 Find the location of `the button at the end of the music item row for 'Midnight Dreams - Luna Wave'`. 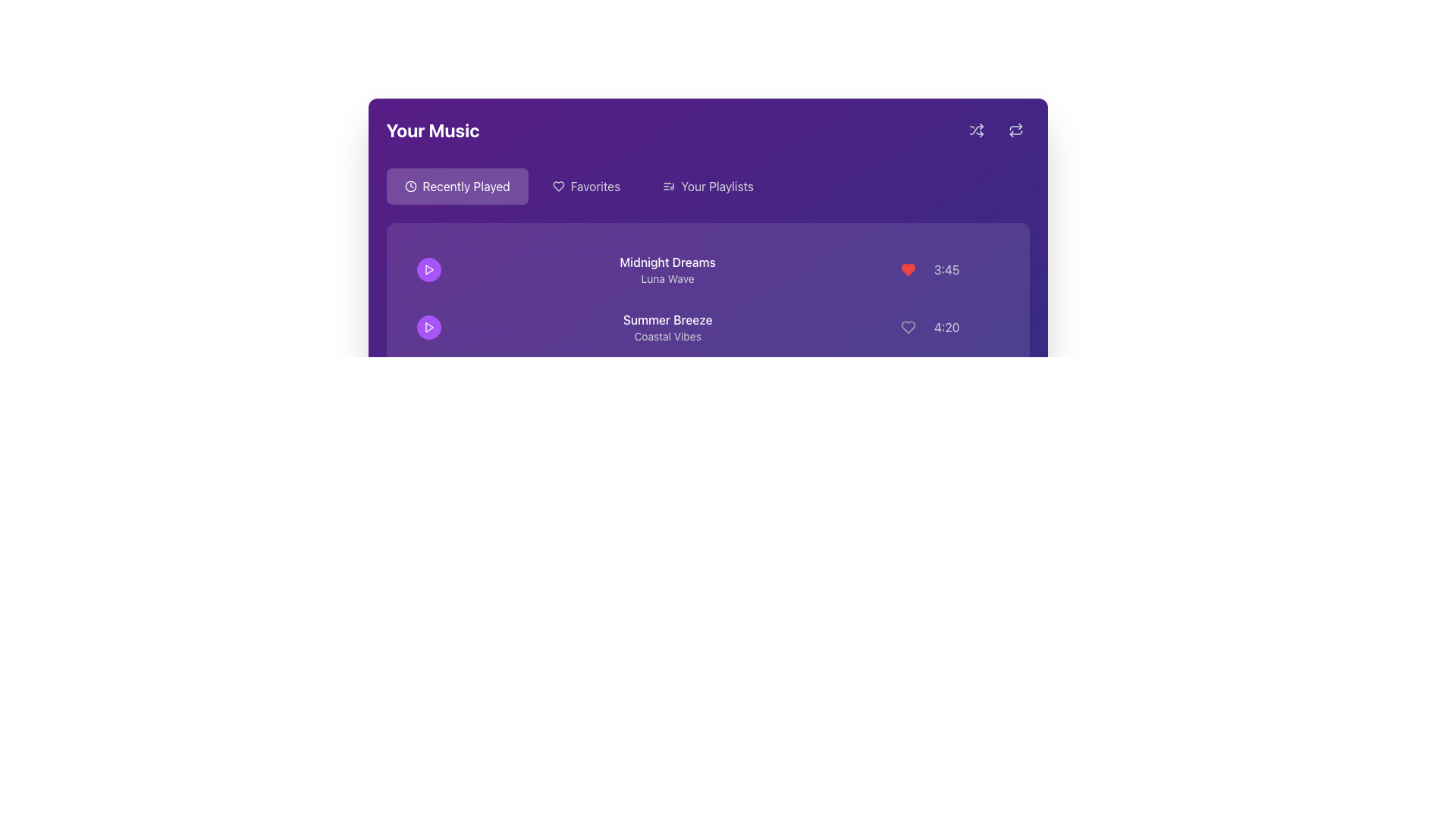

the button at the end of the music item row for 'Midnight Dreams - Luna Wave' is located at coordinates (985, 268).